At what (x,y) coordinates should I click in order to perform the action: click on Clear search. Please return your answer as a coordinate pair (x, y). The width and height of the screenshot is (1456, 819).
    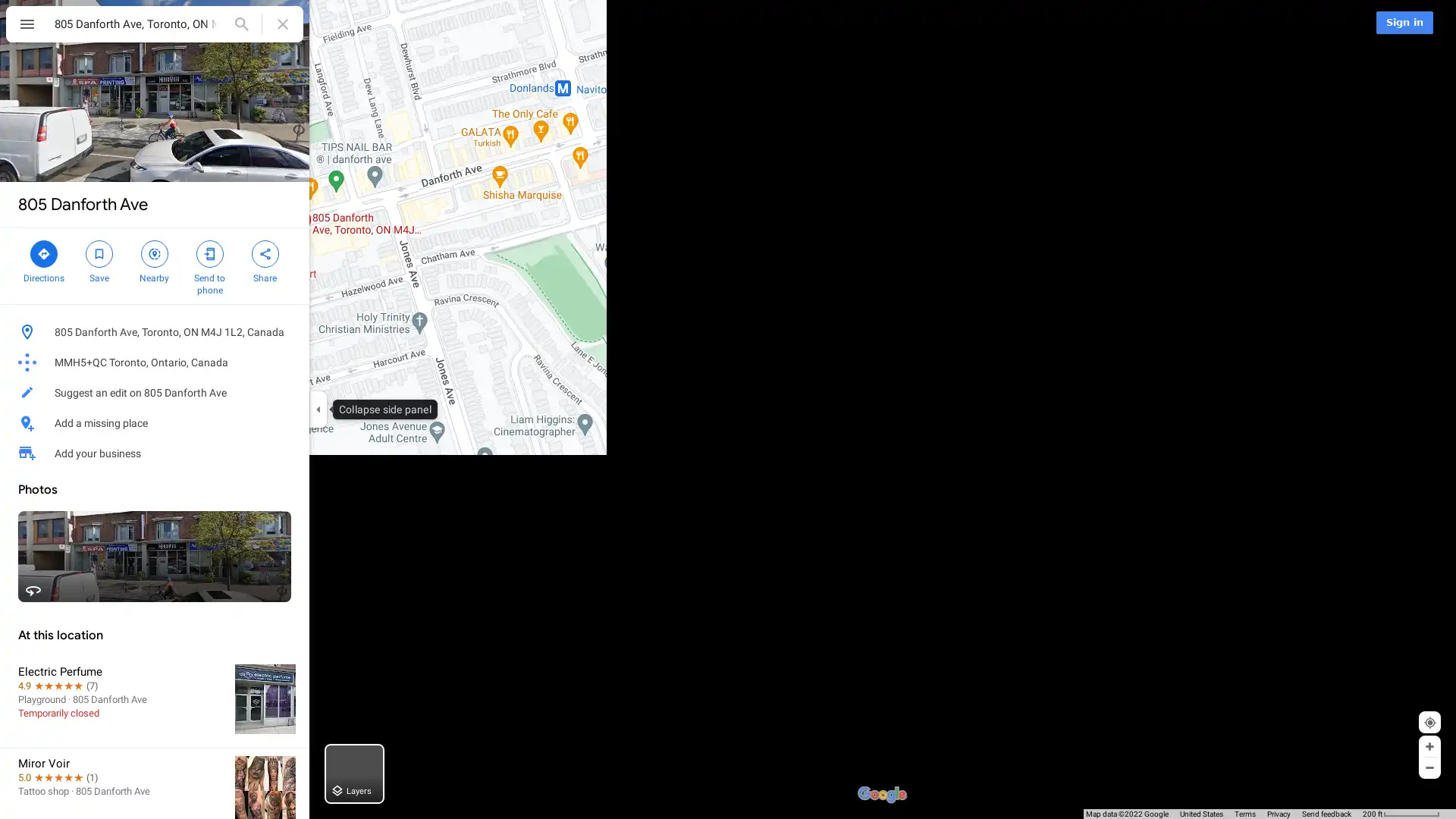
    Looking at the image, I should click on (283, 24).